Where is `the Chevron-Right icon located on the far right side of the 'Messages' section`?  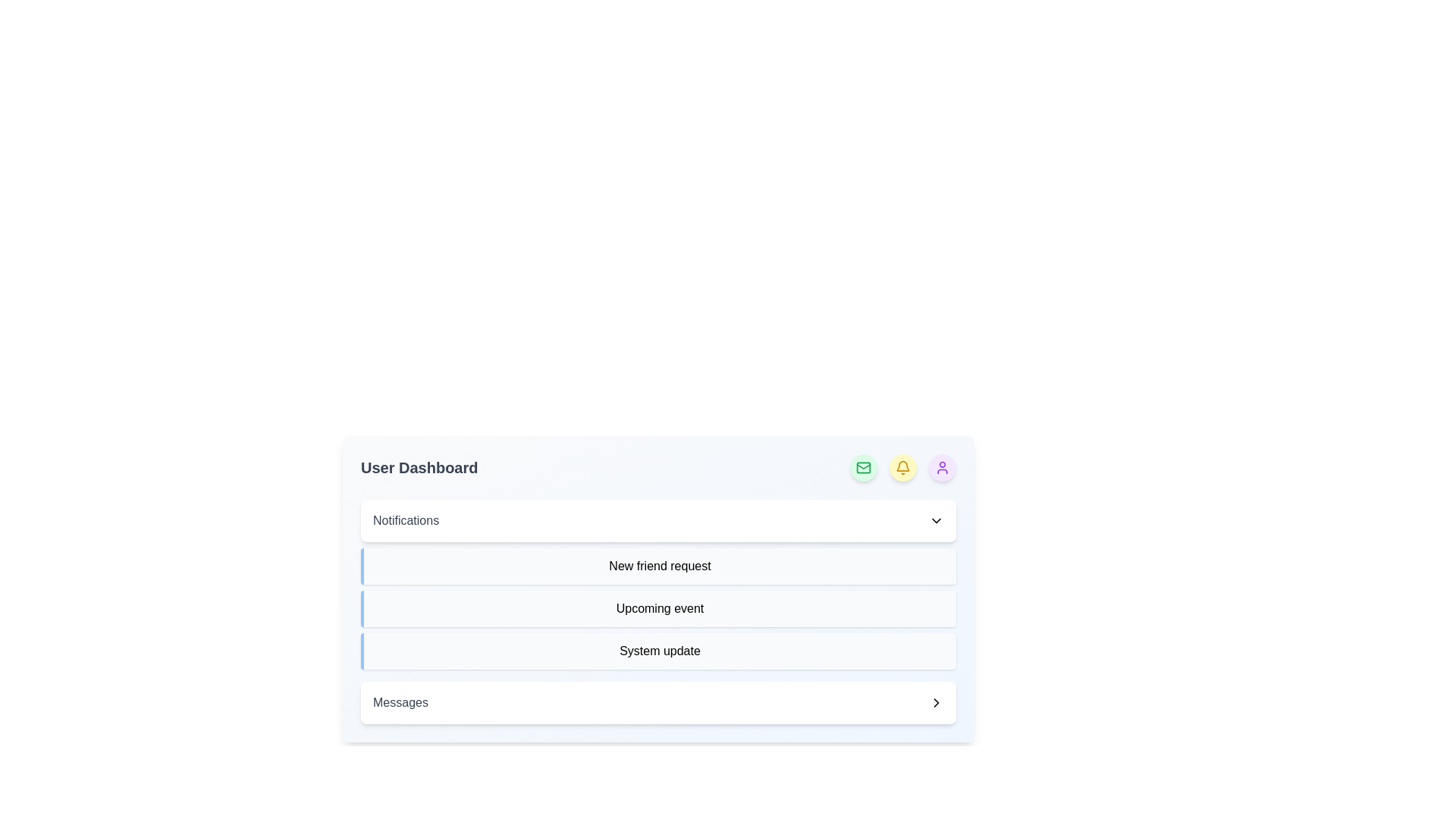 the Chevron-Right icon located on the far right side of the 'Messages' section is located at coordinates (935, 702).